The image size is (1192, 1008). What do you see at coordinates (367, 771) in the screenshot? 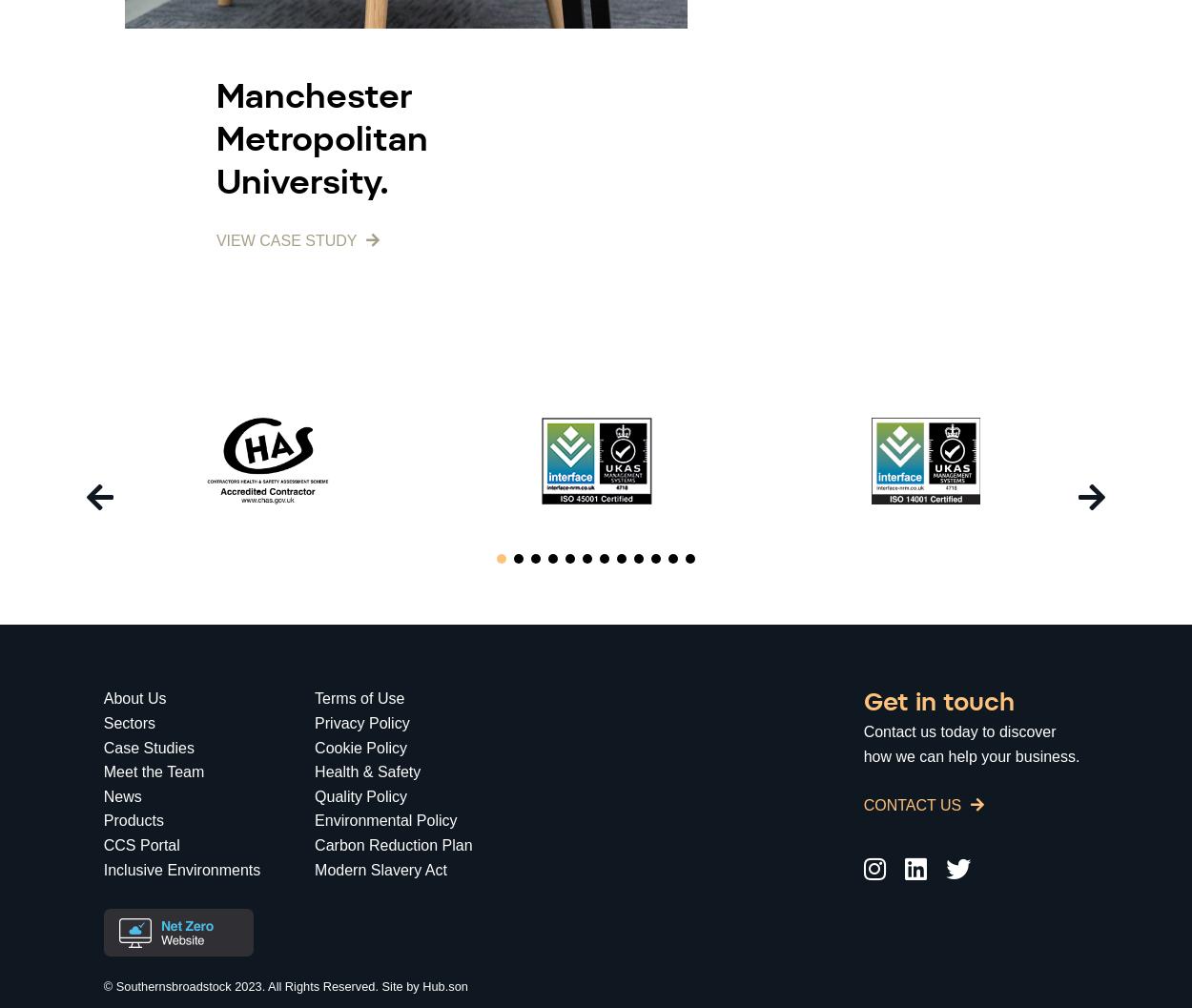
I see `'Health & Safety'` at bounding box center [367, 771].